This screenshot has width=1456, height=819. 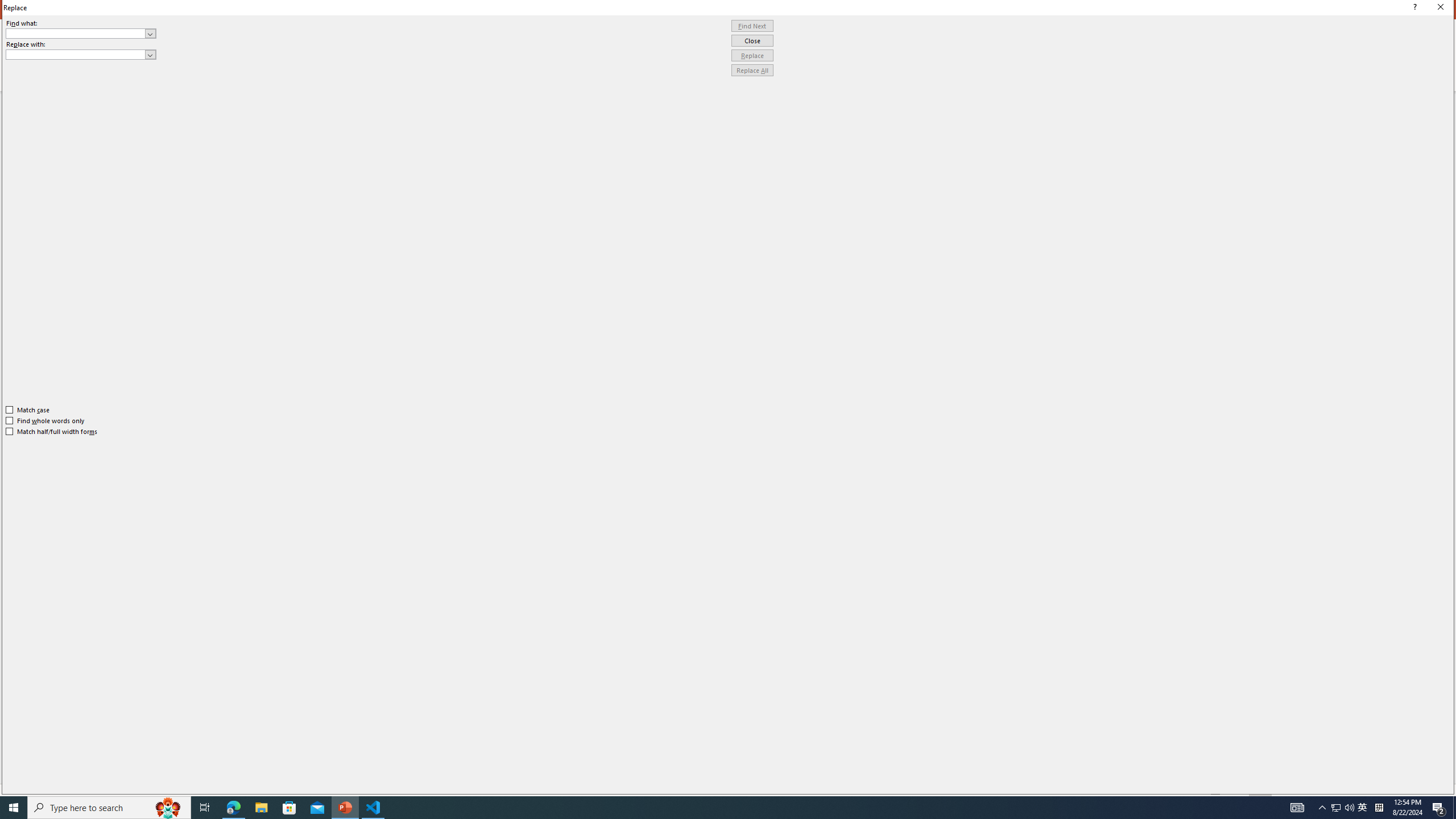 What do you see at coordinates (81, 54) in the screenshot?
I see `'Replace with'` at bounding box center [81, 54].